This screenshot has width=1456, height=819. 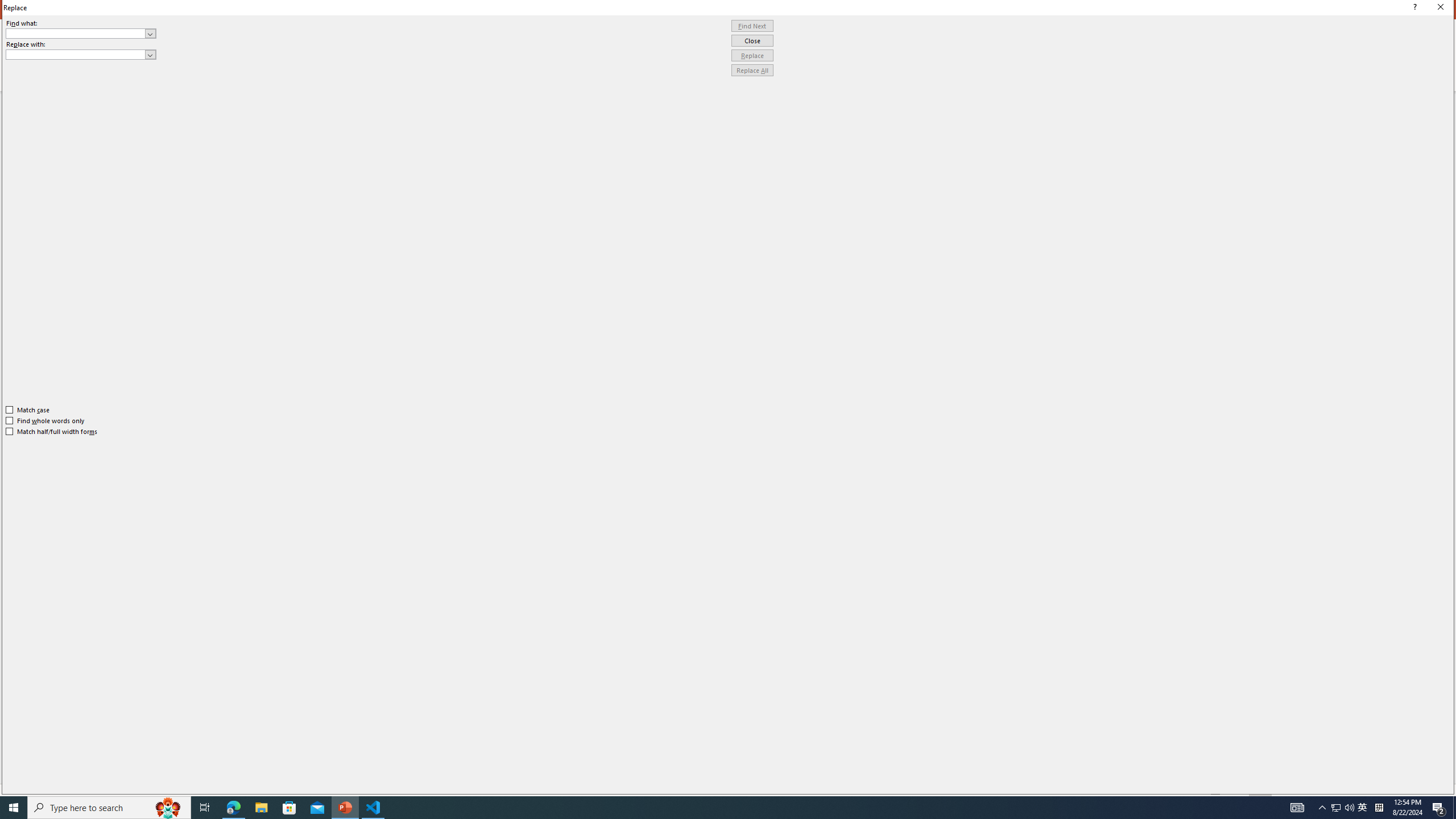 What do you see at coordinates (81, 54) in the screenshot?
I see `'Replace with'` at bounding box center [81, 54].